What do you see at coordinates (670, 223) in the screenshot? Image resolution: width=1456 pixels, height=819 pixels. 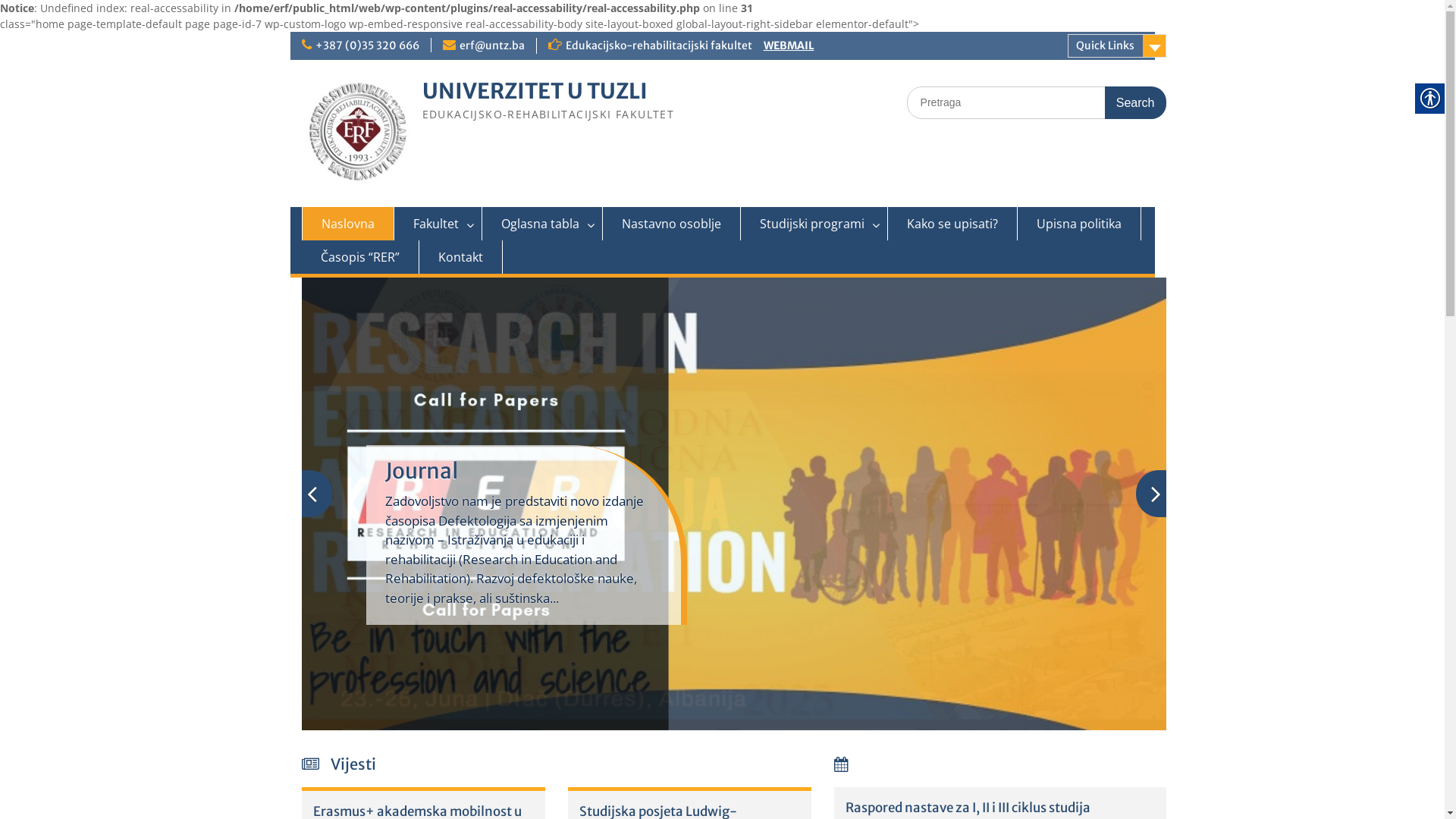 I see `'Nastavno osoblje'` at bounding box center [670, 223].